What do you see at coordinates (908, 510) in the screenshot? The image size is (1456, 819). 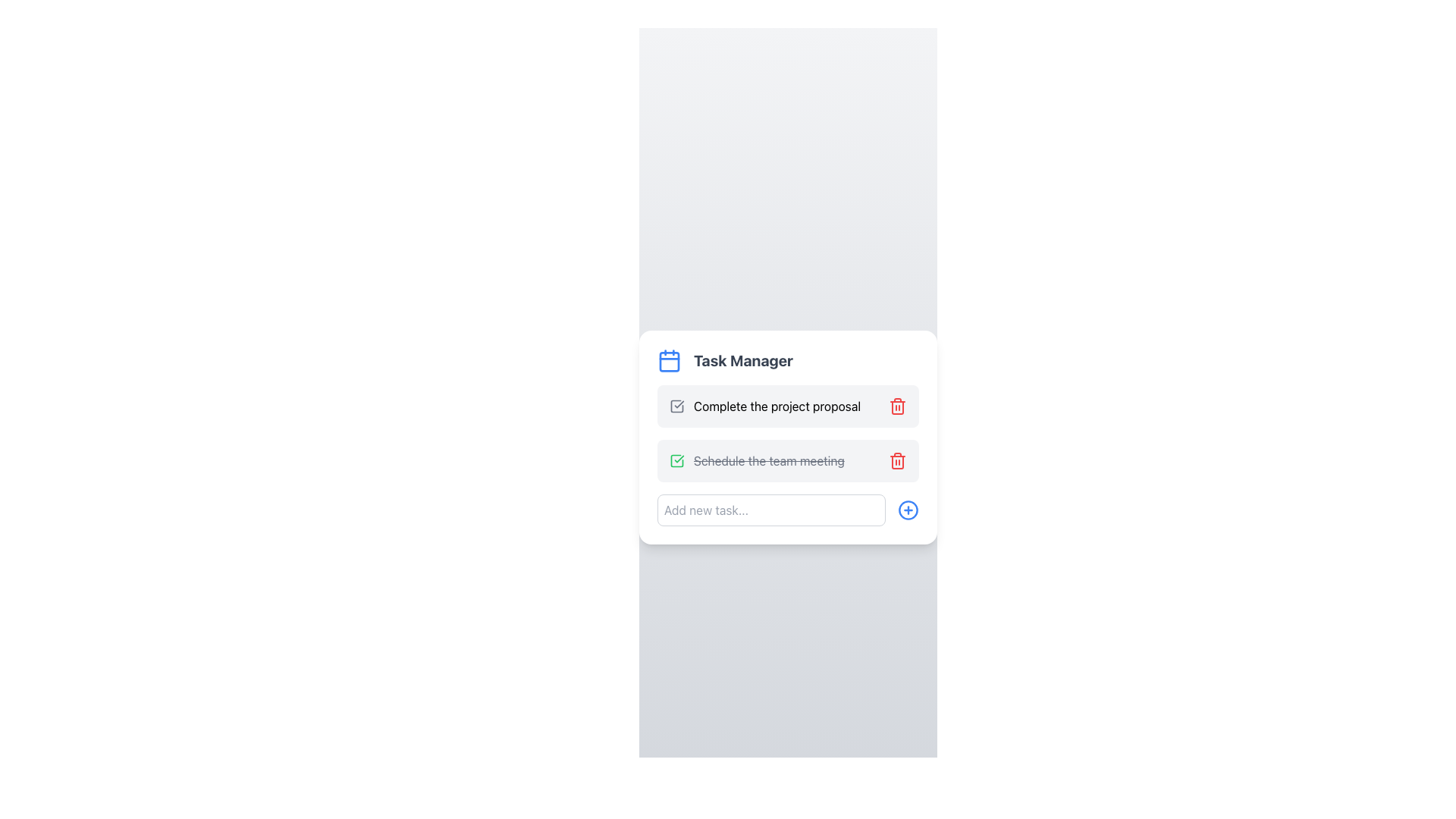 I see `the circular vector graphic with a blue stroke located in the bottom-right corner of the task entry field in the 'Task Manager' card interface` at bounding box center [908, 510].